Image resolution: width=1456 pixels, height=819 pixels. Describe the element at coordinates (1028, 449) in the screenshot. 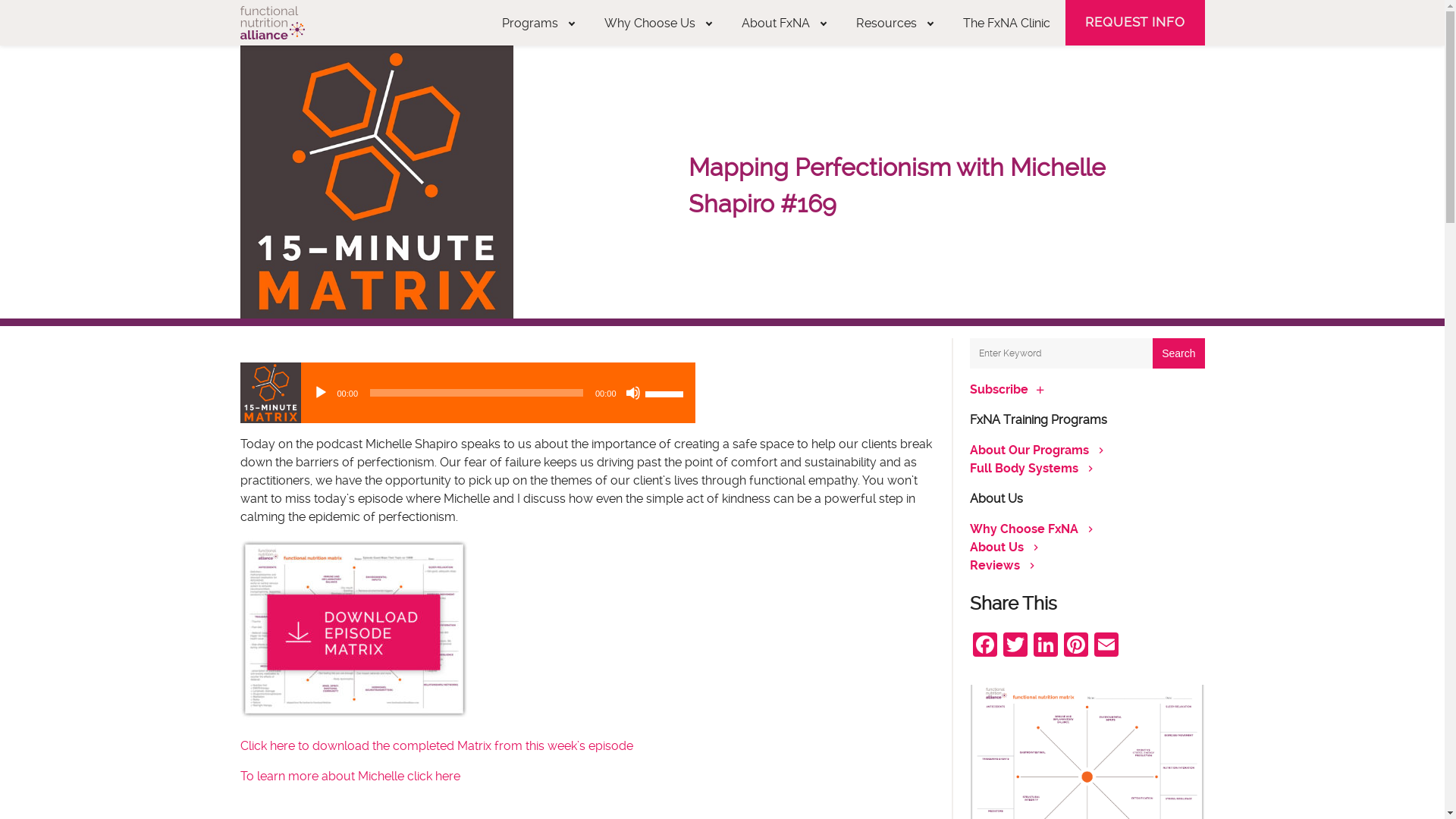

I see `'About Our Programs'` at that location.